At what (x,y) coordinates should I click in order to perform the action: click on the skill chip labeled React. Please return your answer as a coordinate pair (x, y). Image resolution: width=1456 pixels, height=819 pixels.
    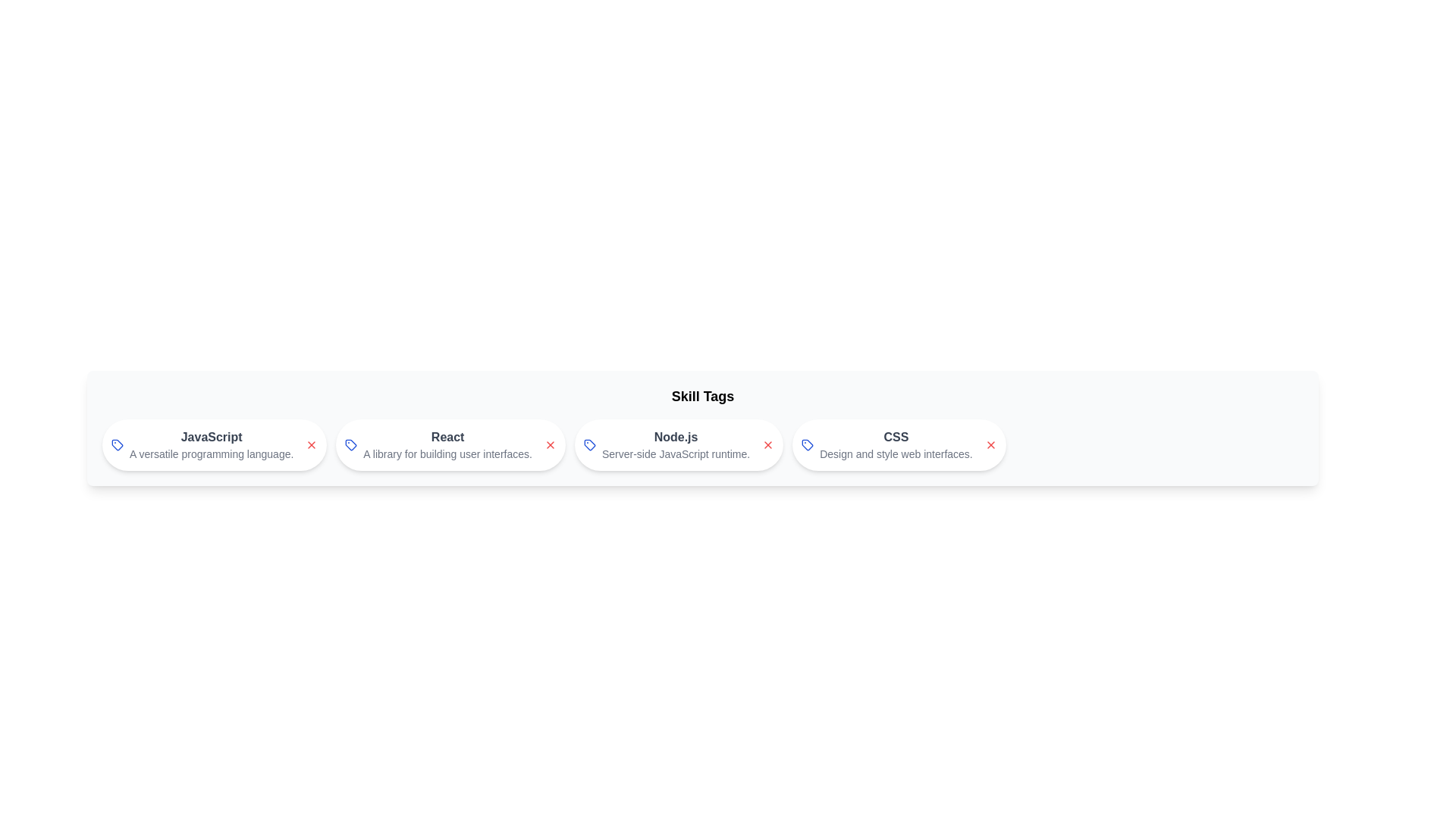
    Looking at the image, I should click on (450, 444).